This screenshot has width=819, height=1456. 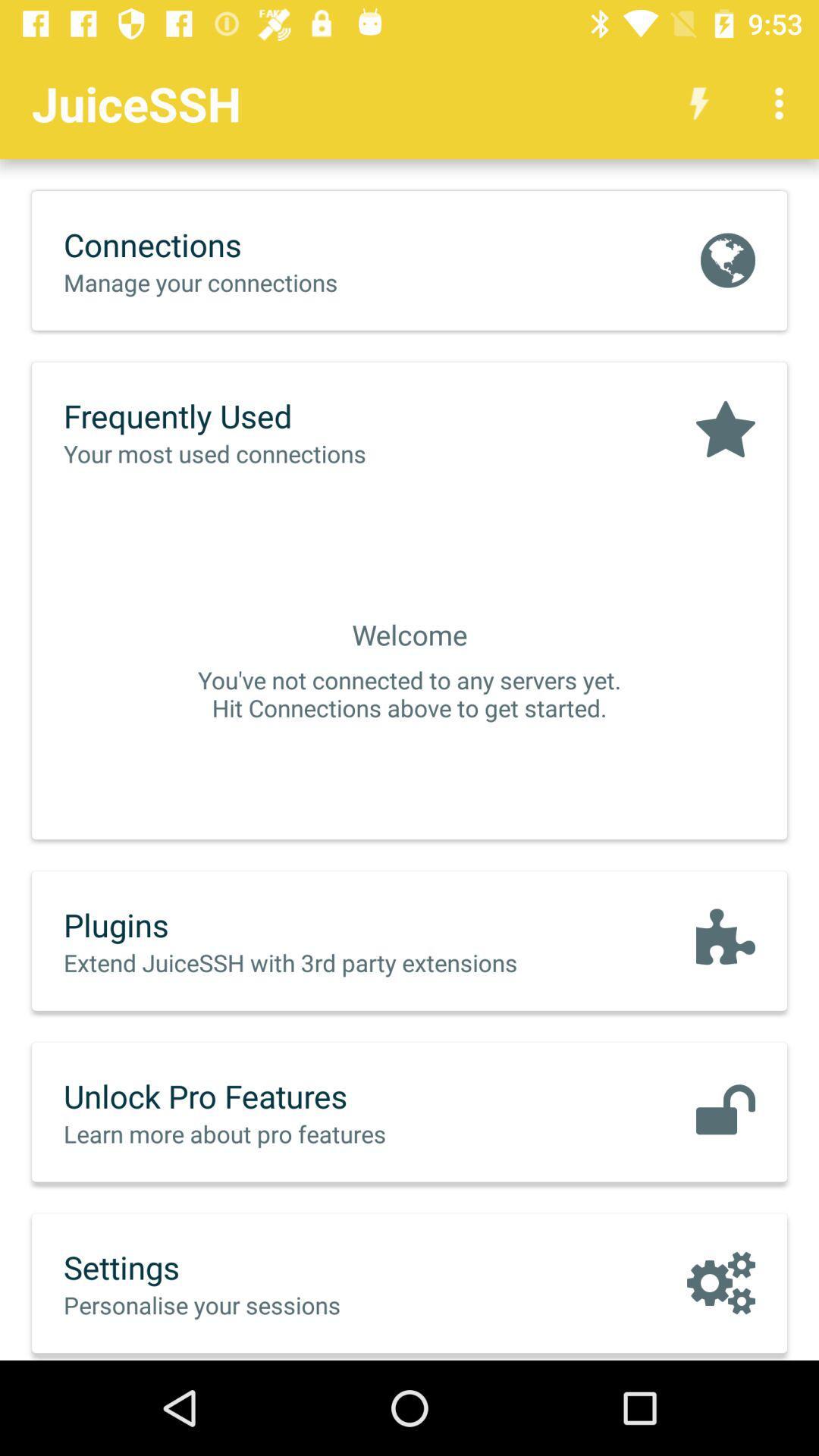 I want to click on the icon next to connections item, so click(x=727, y=260).